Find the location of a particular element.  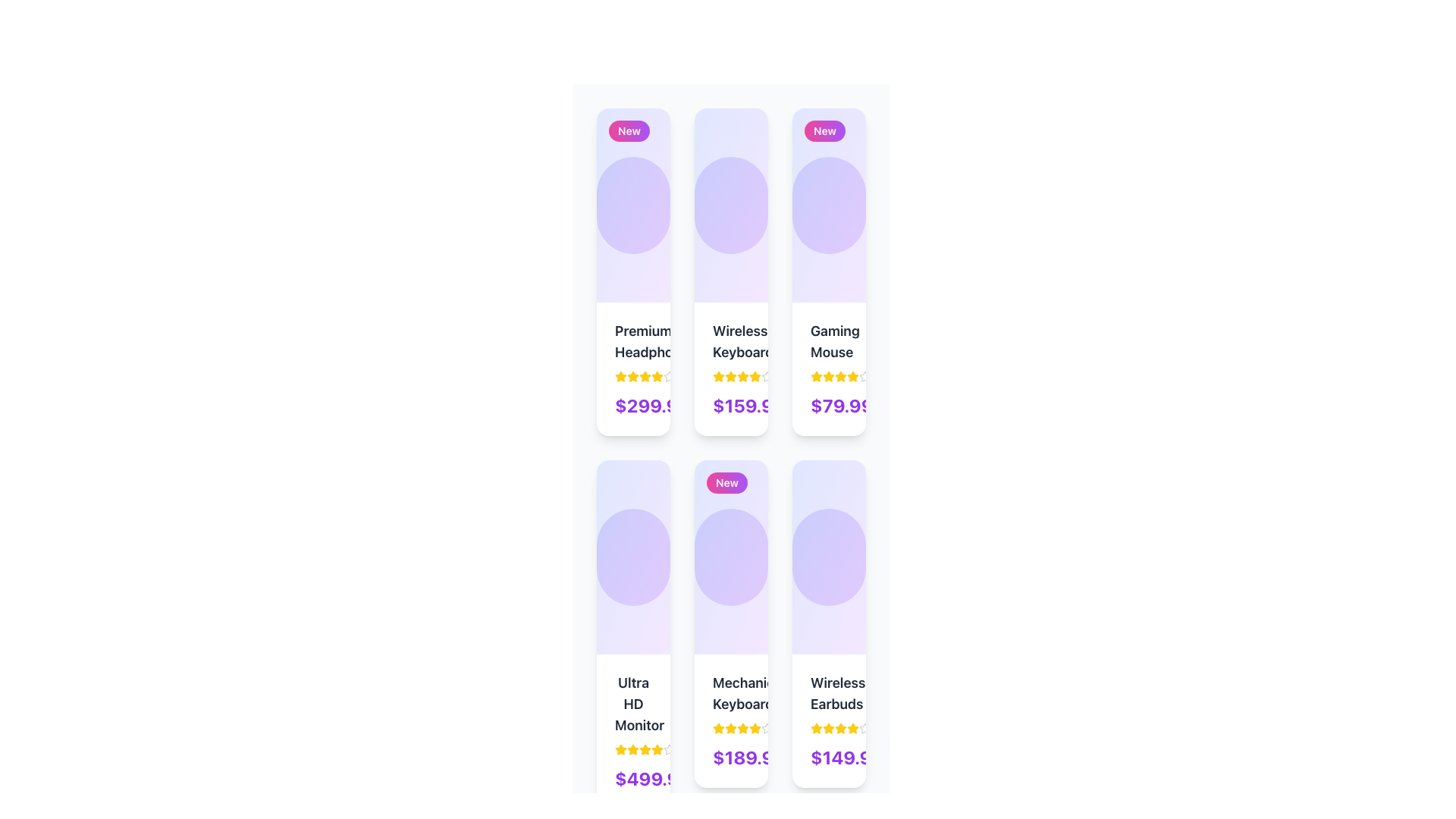

the fifth star SVG icon in the rating system for the 'Mechanical Keyboard' product, located in the second column of the second row of the product grid is located at coordinates (742, 727).